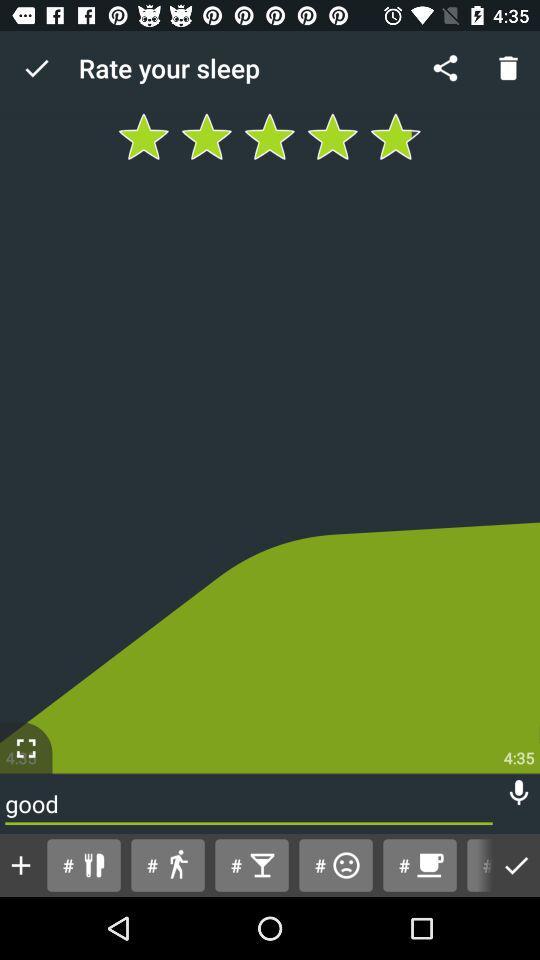 The image size is (540, 960). What do you see at coordinates (25, 747) in the screenshot?
I see `zoom in` at bounding box center [25, 747].